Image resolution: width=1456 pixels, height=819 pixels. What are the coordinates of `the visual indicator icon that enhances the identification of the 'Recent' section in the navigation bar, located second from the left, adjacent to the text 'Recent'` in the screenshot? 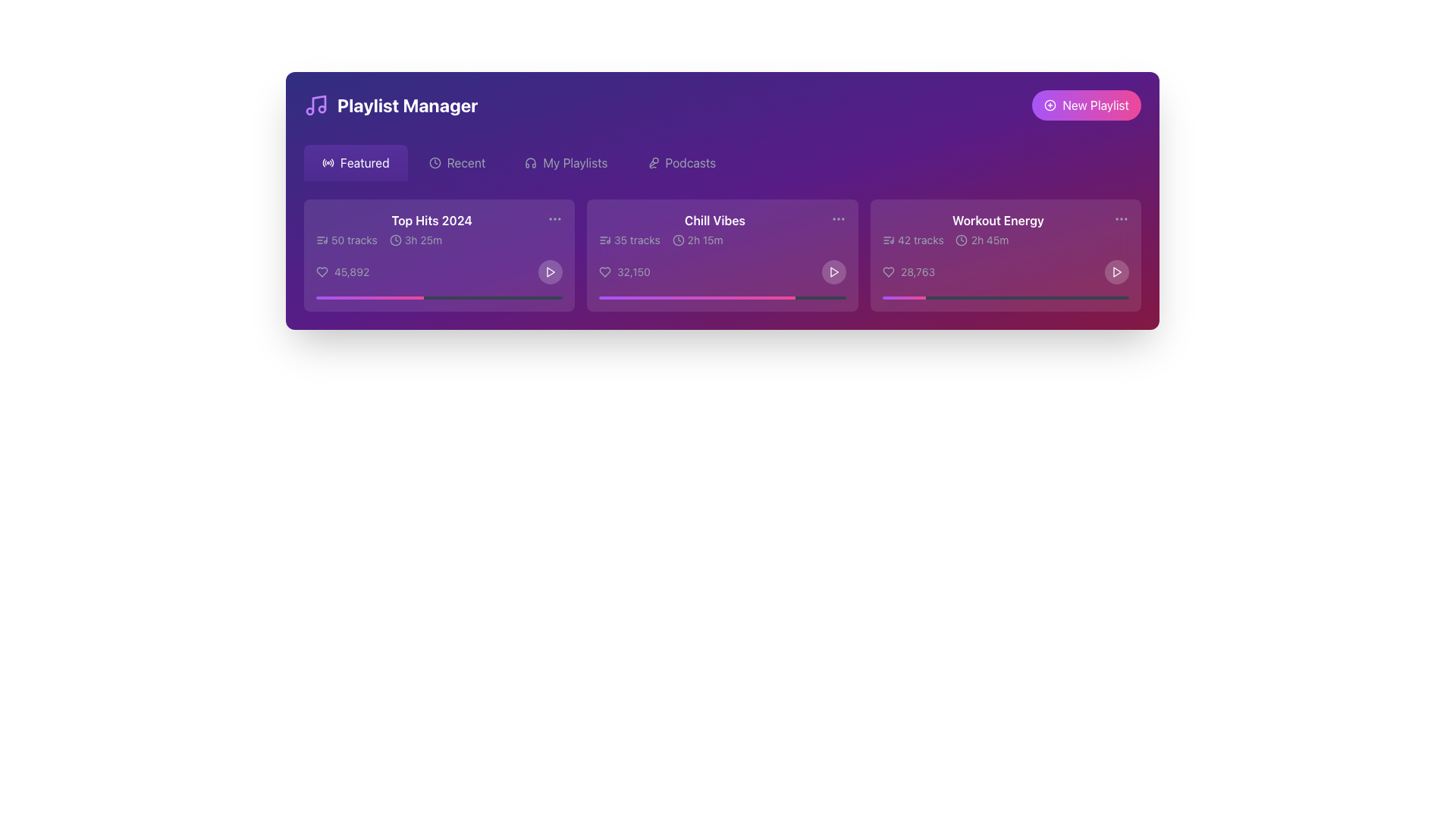 It's located at (434, 163).